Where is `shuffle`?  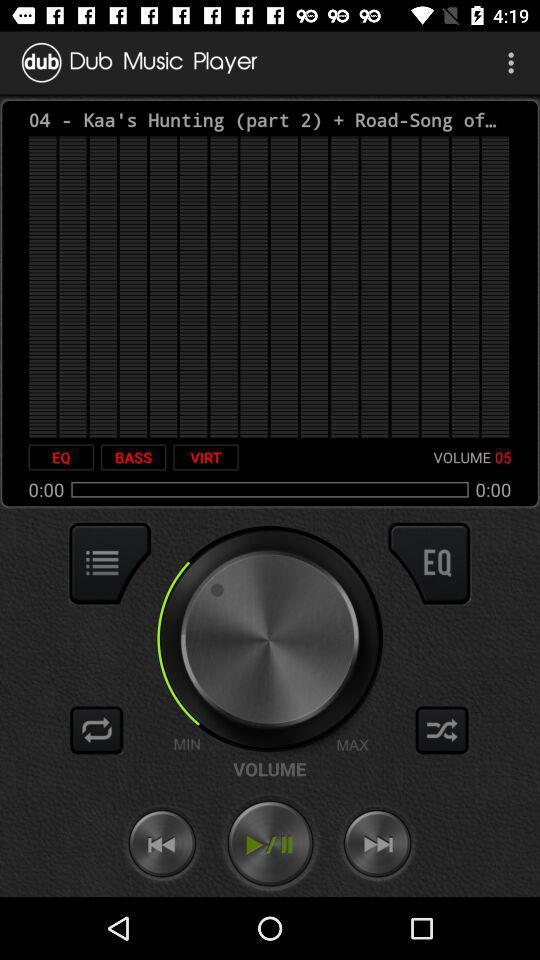 shuffle is located at coordinates (96, 729).